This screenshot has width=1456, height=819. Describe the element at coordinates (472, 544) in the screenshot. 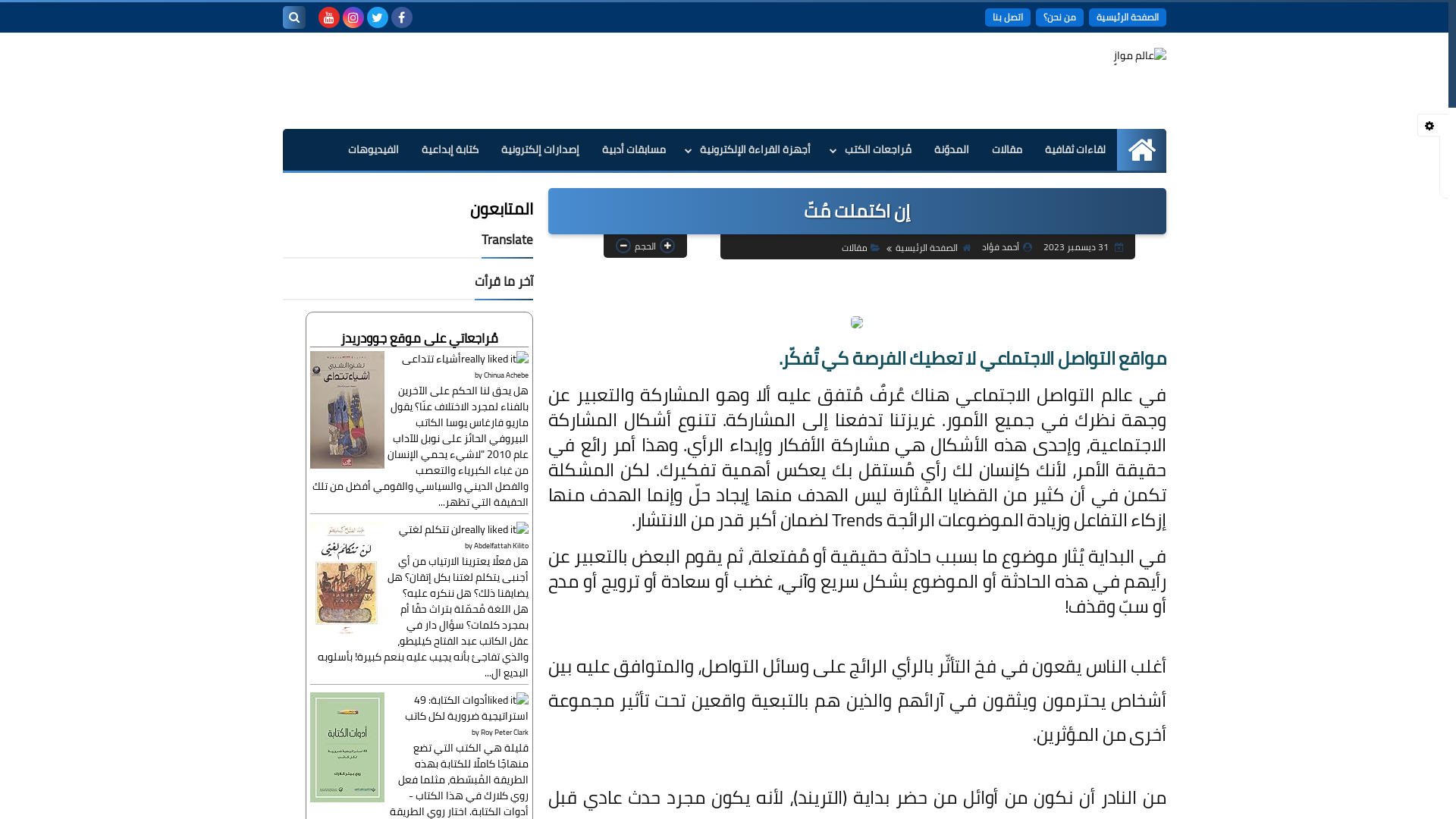

I see `'Abdelfattah Kilito'` at that location.